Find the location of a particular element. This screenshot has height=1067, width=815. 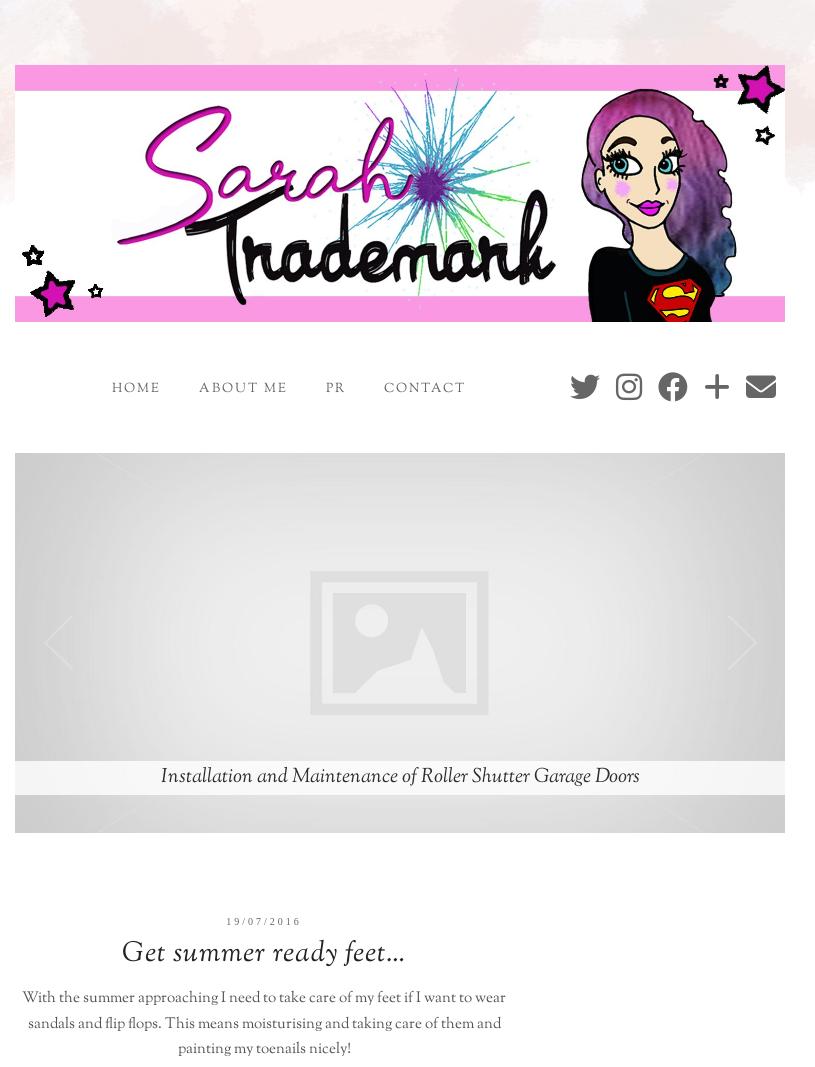

'Vintage and Antique Home Decor How to Incorporate Old World Charm' is located at coordinates (399, 775).